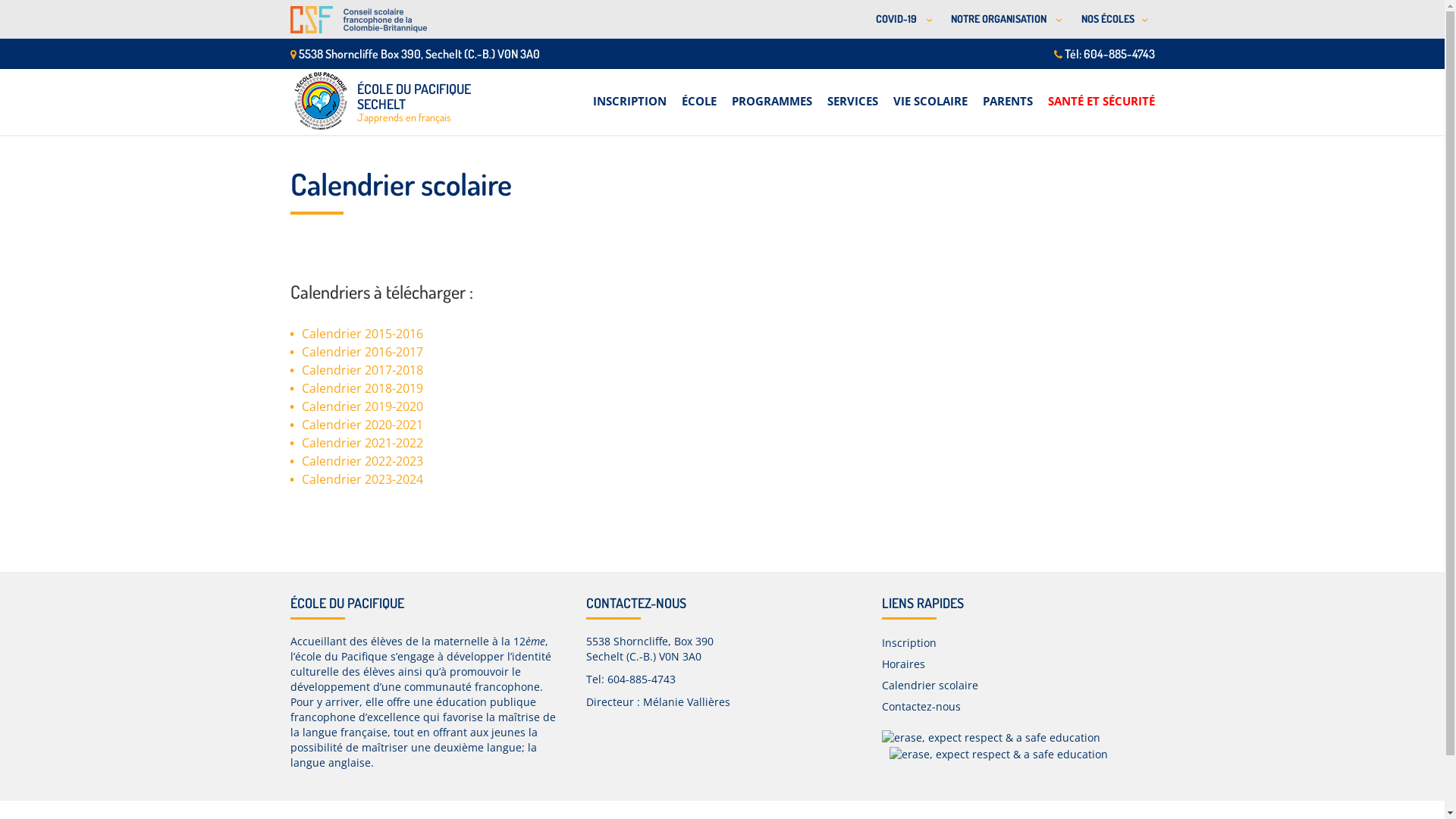 The image size is (1456, 819). What do you see at coordinates (362, 351) in the screenshot?
I see `'Calendrier 2016-2017'` at bounding box center [362, 351].